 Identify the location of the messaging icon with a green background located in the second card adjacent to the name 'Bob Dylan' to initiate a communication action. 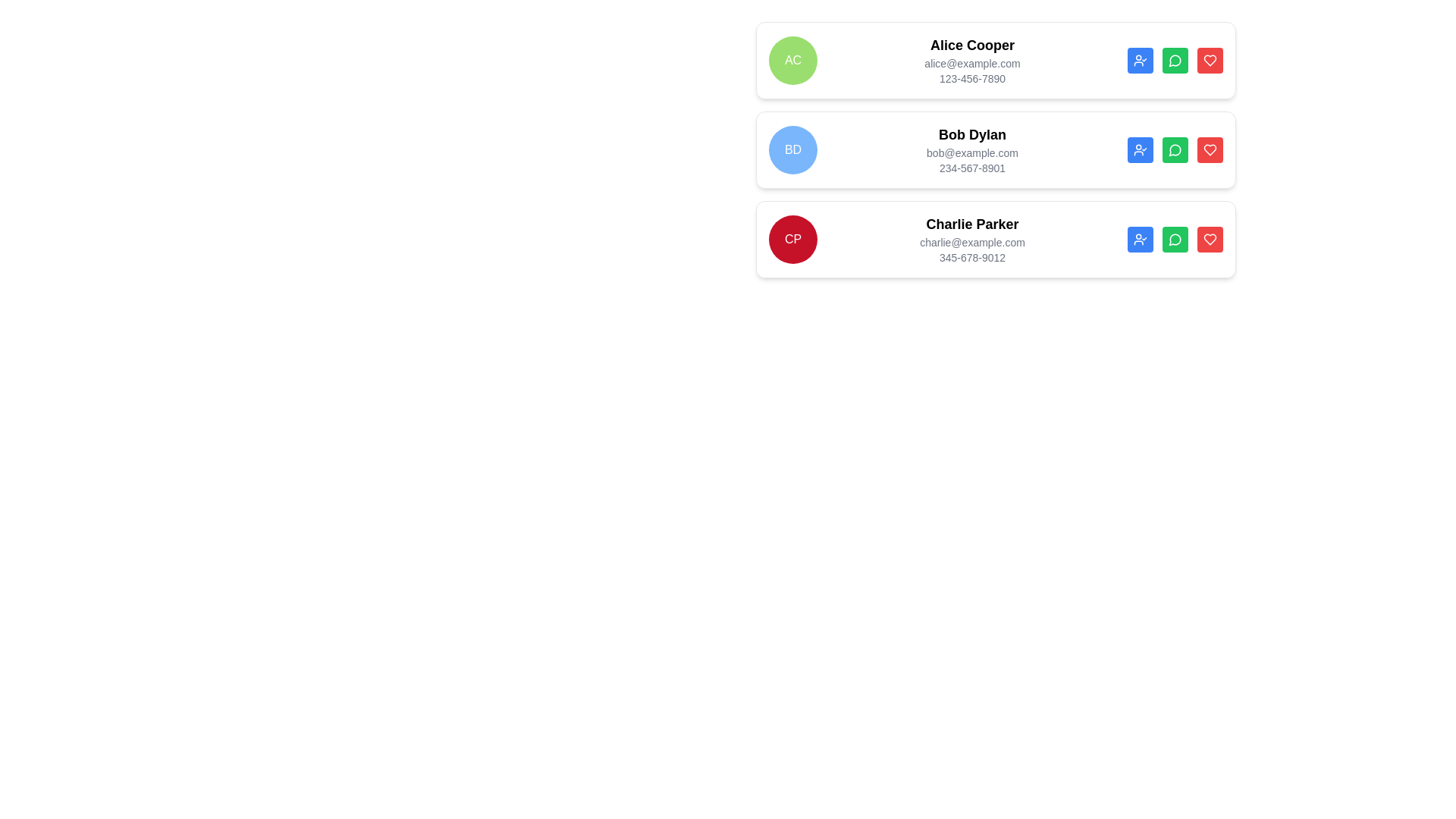
(1174, 150).